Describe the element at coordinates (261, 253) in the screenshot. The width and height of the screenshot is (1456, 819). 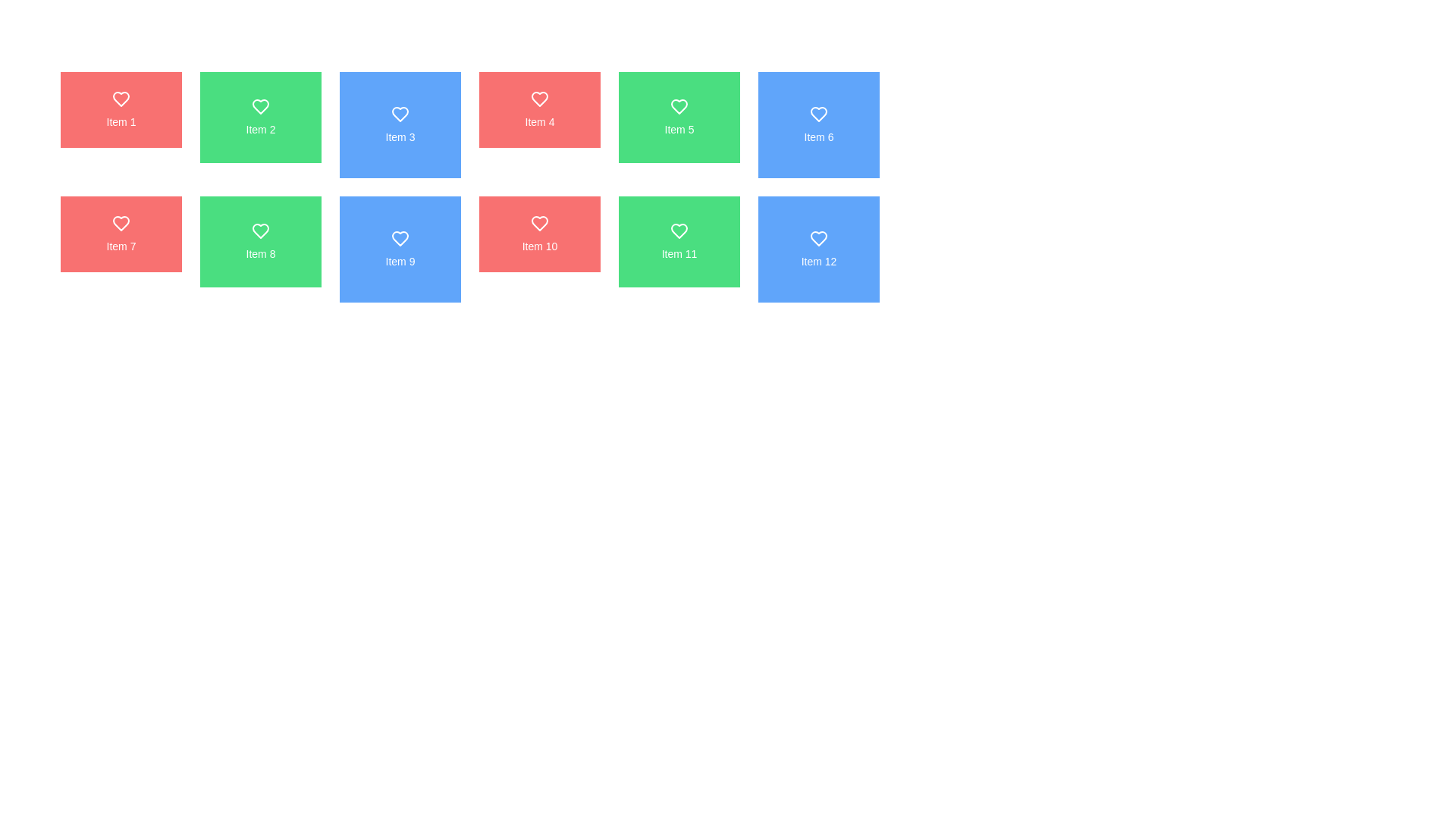
I see `the Text label located at the bottom of the green rectangular box labeled 'Item 8' in the second row, second column of the grid layout` at that location.